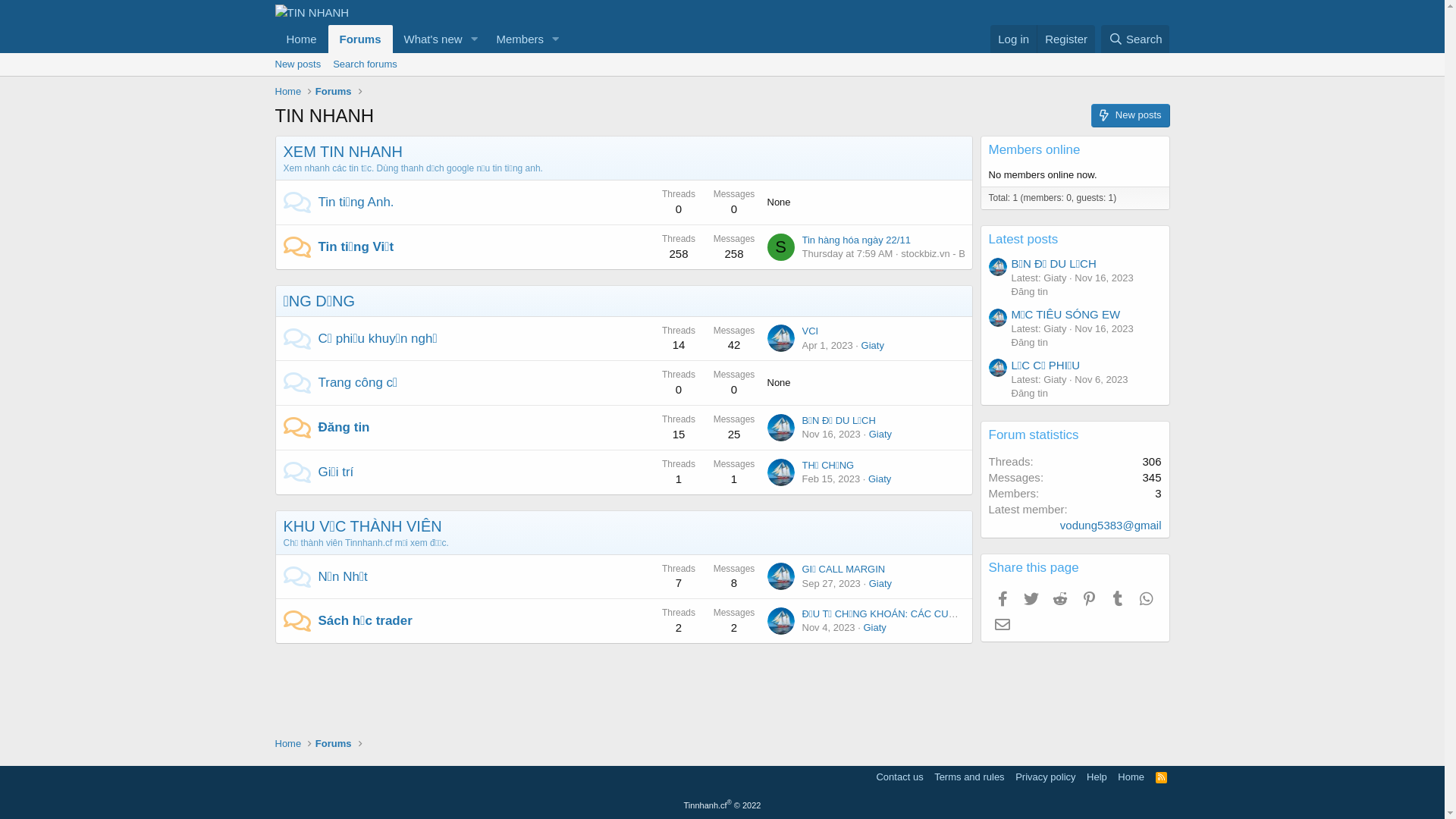 This screenshot has width=1456, height=819. What do you see at coordinates (1044, 777) in the screenshot?
I see `'Privacy policy'` at bounding box center [1044, 777].